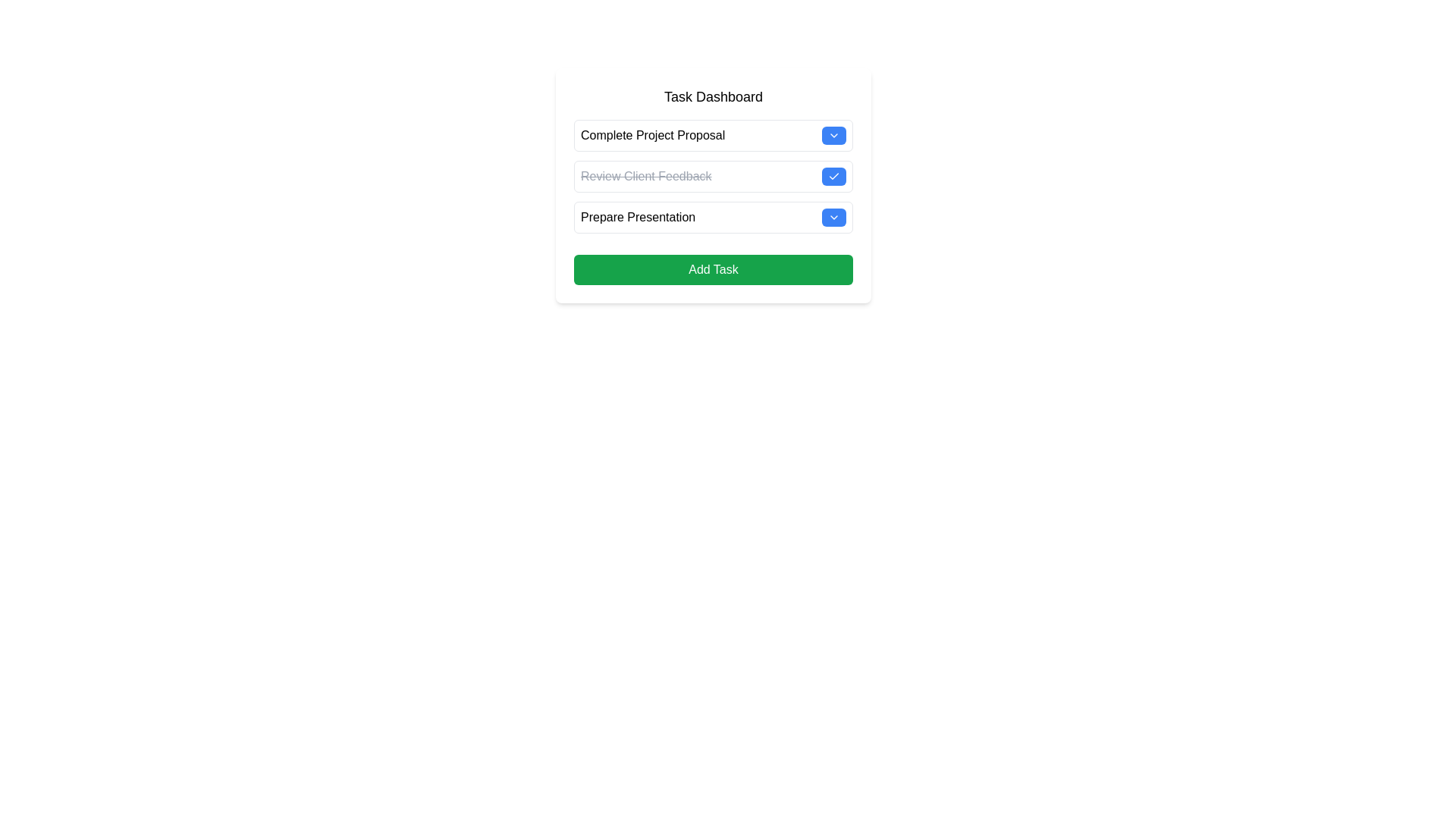 Image resolution: width=1456 pixels, height=819 pixels. What do you see at coordinates (833, 217) in the screenshot?
I see `the blue Dropdown toggle button with a chevron-down icon located in the 'Prepare Presentation' task` at bounding box center [833, 217].